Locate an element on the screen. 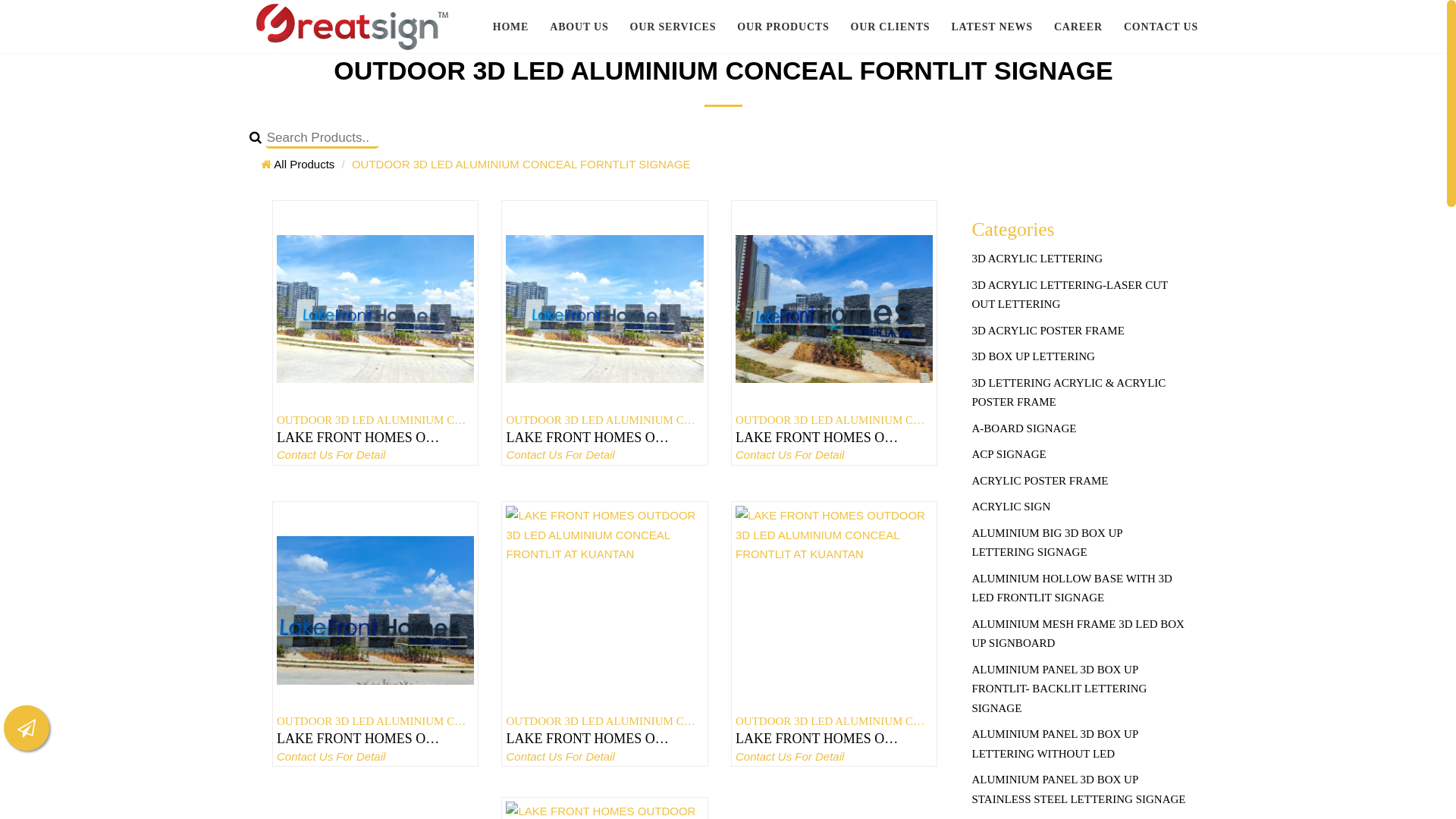 Image resolution: width=1456 pixels, height=819 pixels. ' All Products' is located at coordinates (297, 164).